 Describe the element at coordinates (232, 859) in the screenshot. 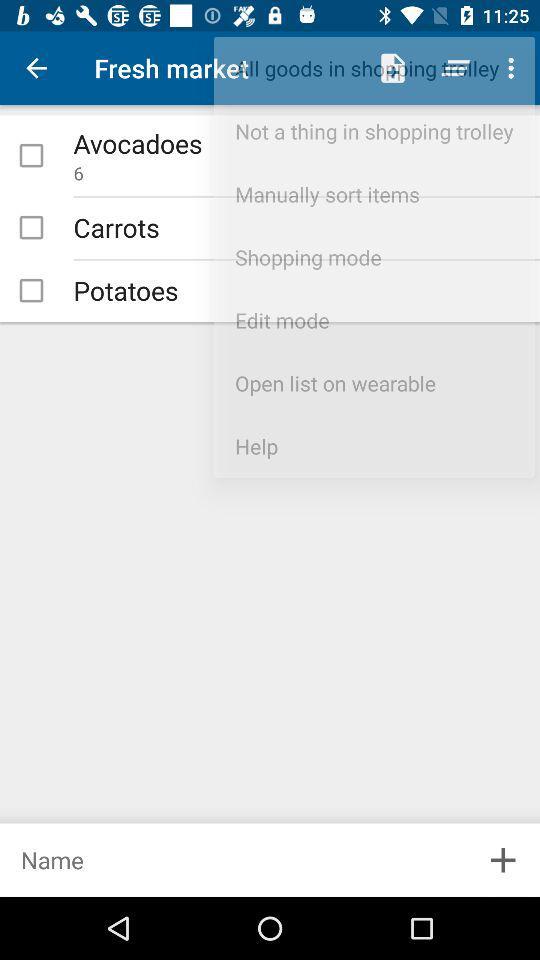

I see `advertisement page` at that location.